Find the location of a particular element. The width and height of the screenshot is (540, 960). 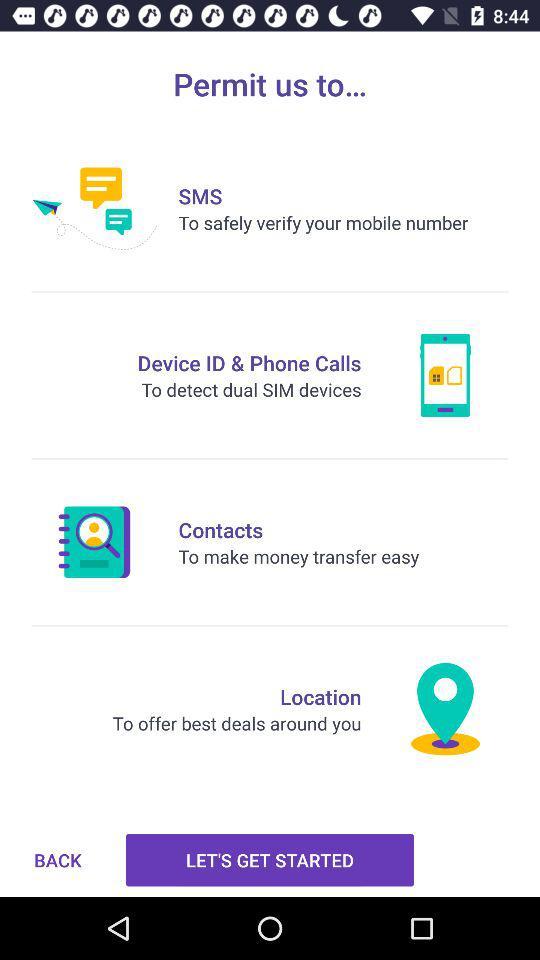

the icon to the right of back is located at coordinates (270, 859).